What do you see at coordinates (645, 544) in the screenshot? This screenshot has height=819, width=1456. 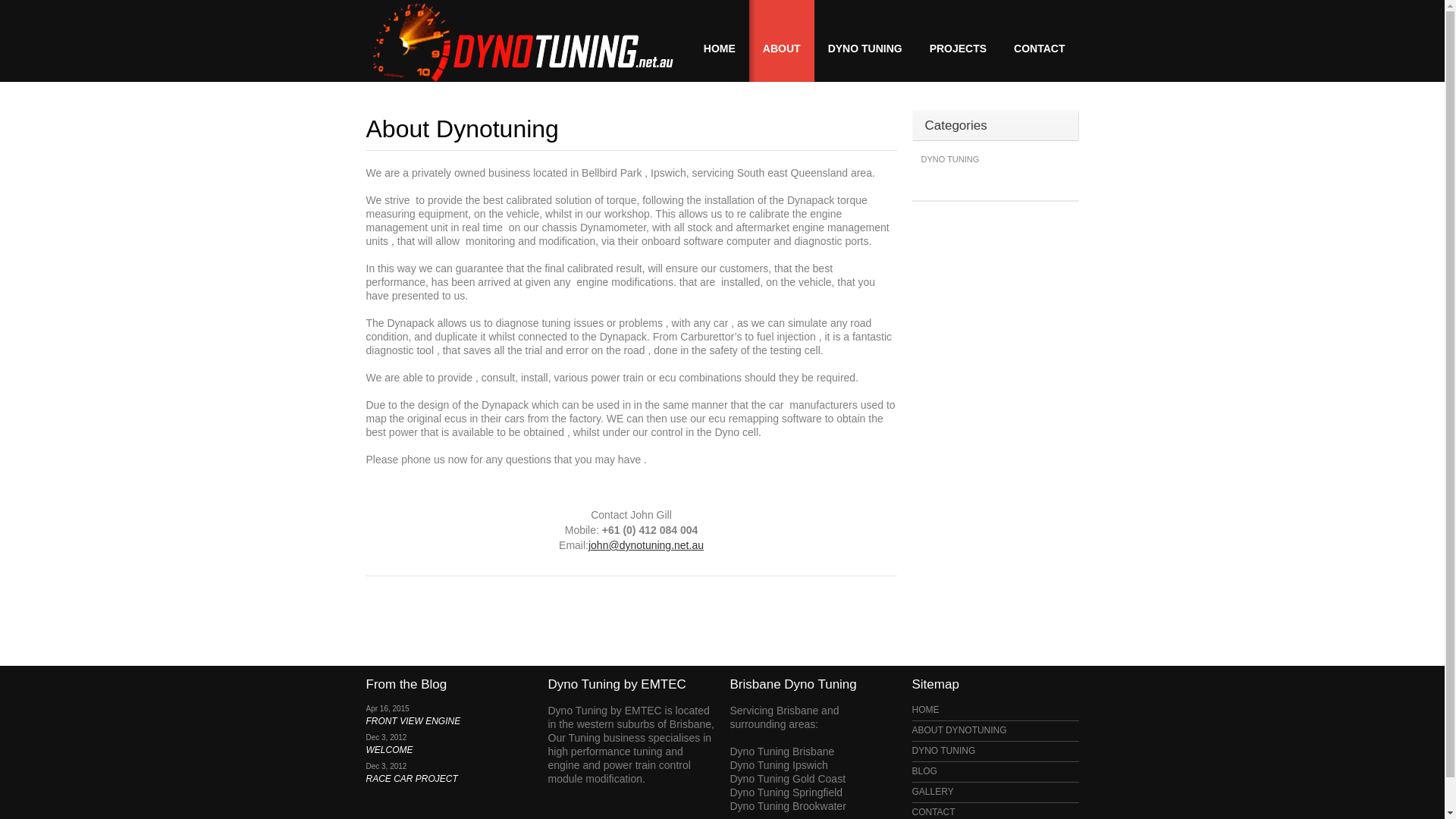 I see `'john@dynotuning.net.au'` at bounding box center [645, 544].